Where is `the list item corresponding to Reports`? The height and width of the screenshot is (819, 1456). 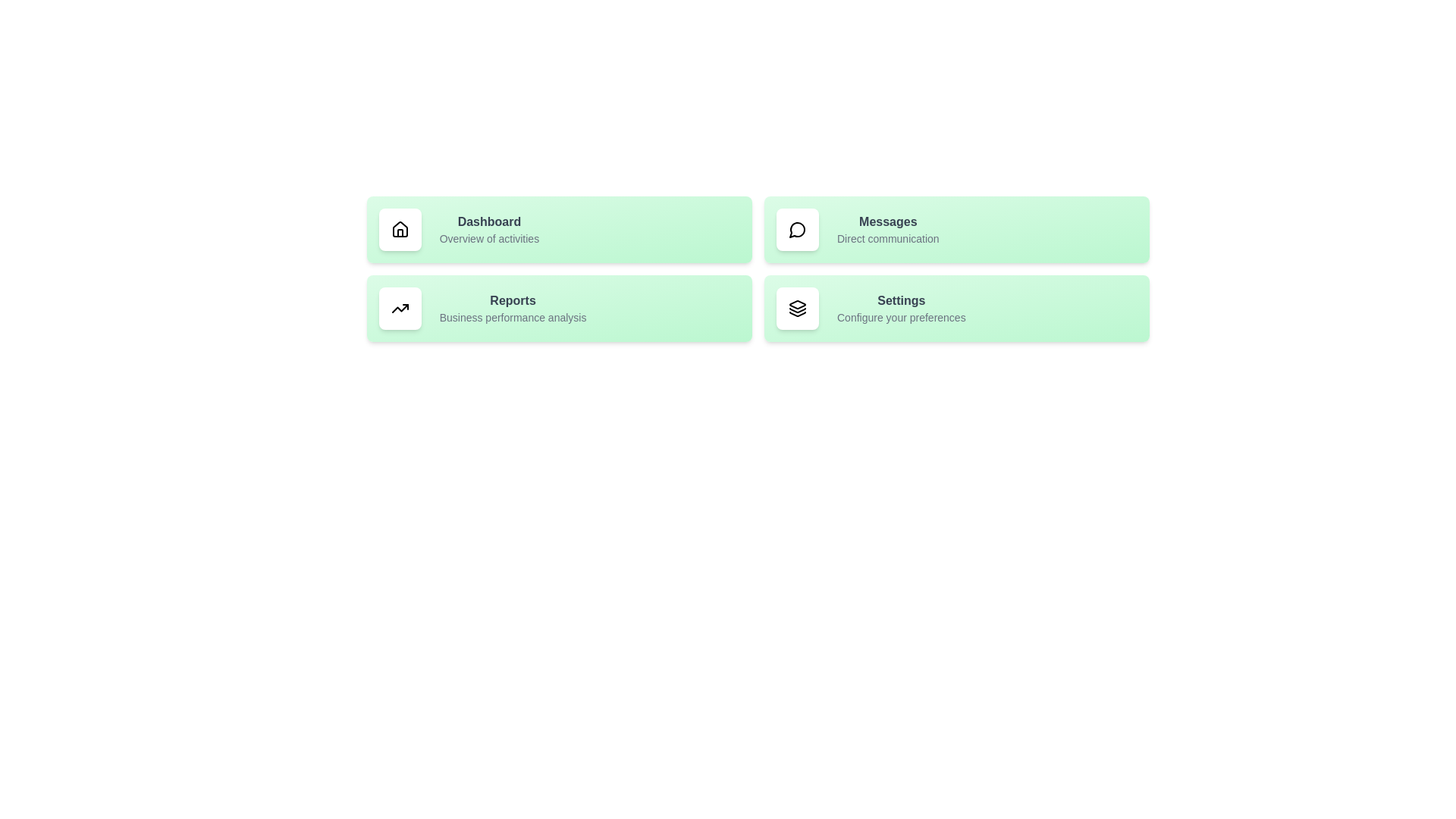 the list item corresponding to Reports is located at coordinates (558, 308).